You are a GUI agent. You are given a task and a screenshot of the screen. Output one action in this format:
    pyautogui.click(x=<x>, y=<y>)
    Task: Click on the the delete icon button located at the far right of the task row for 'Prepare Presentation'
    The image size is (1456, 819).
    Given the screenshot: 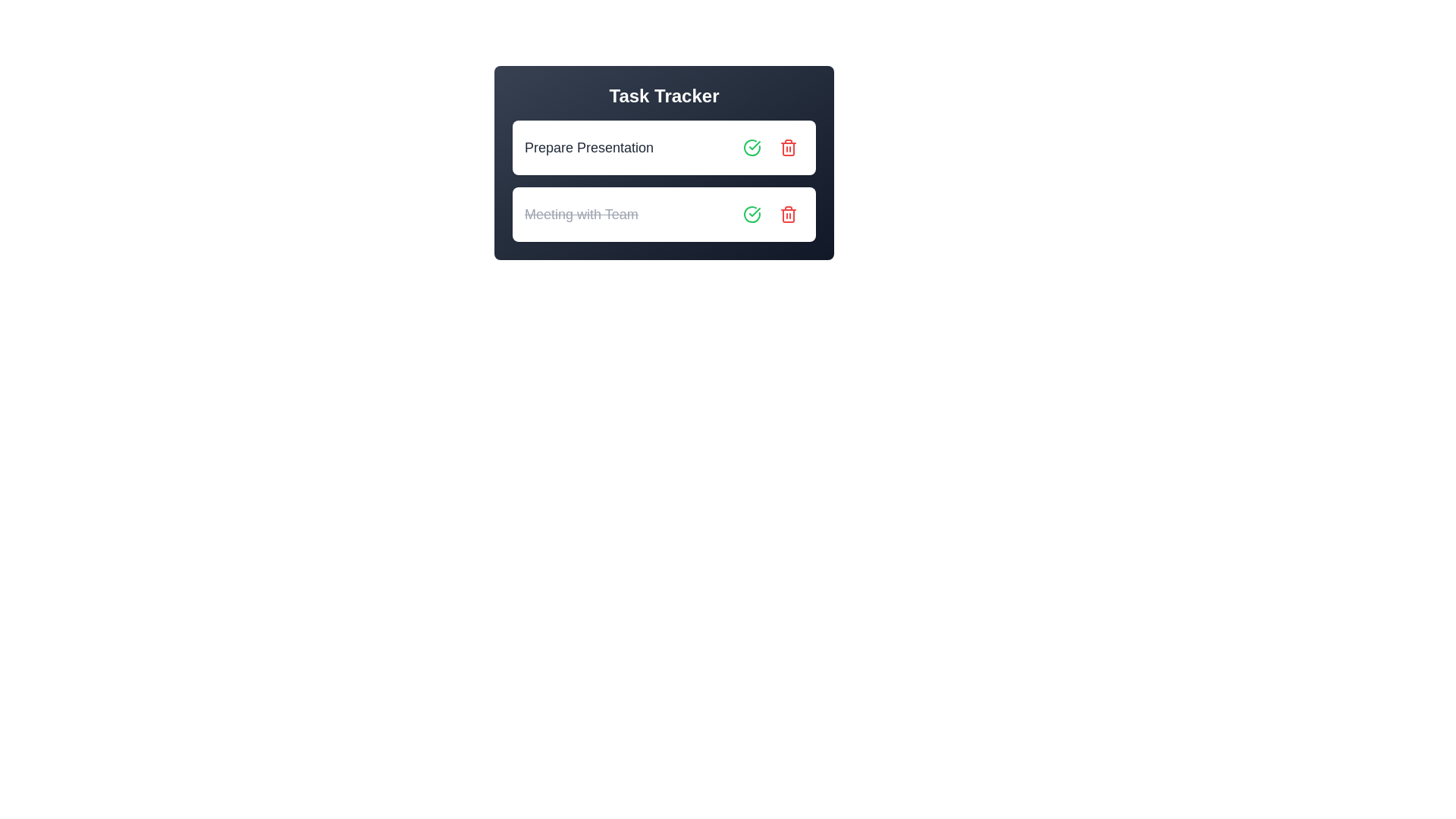 What is the action you would take?
    pyautogui.click(x=789, y=148)
    